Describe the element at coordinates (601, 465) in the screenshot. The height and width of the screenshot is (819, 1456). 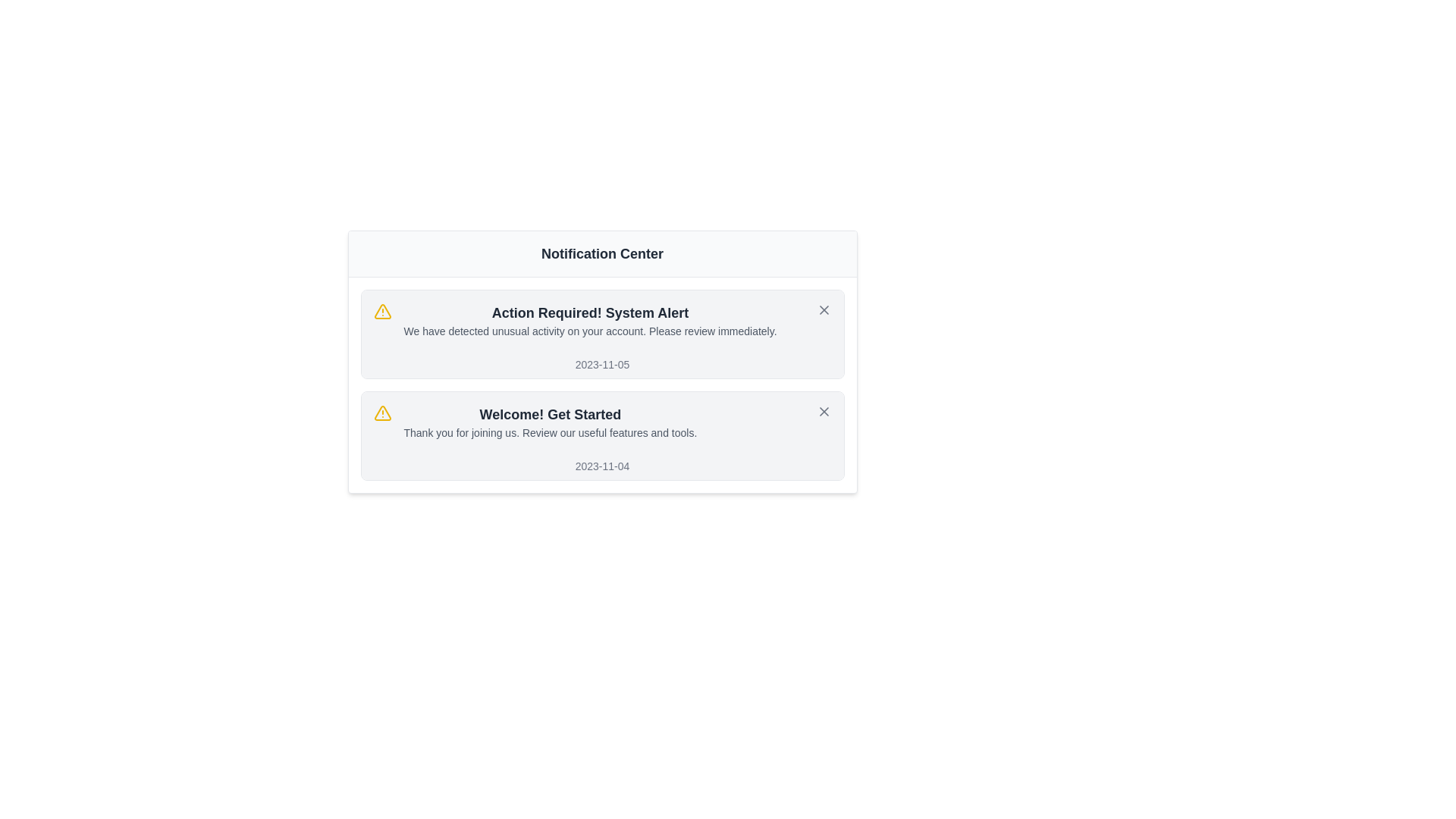
I see `date information displayed in the text label showing '2023-11-04' in the Notification Center, which is horizontally centered within the notification box` at that location.